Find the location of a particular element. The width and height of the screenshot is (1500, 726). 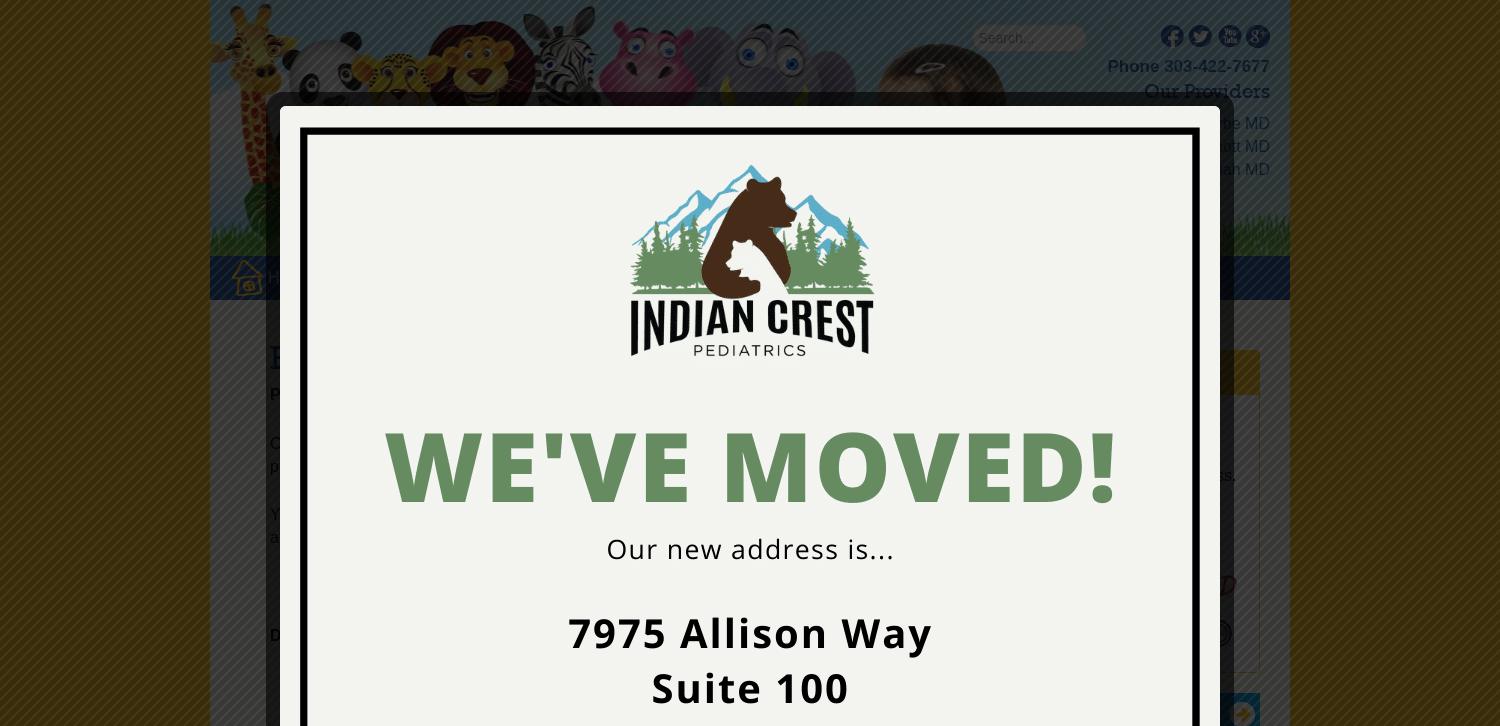

'BLOG' is located at coordinates (800, 276).